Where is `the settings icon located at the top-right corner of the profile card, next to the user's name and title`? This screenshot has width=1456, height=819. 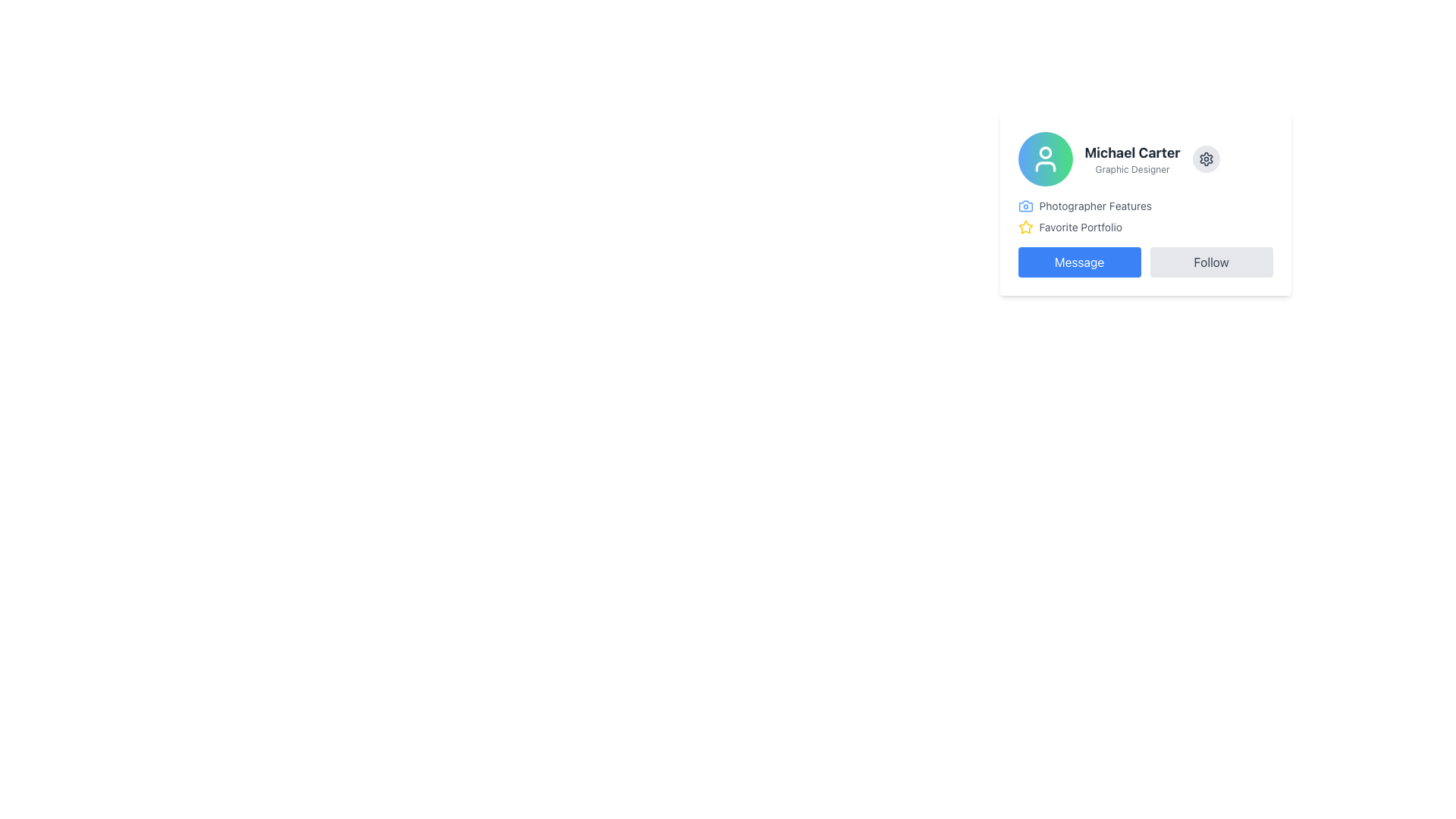
the settings icon located at the top-right corner of the profile card, next to the user's name and title is located at coordinates (1205, 158).